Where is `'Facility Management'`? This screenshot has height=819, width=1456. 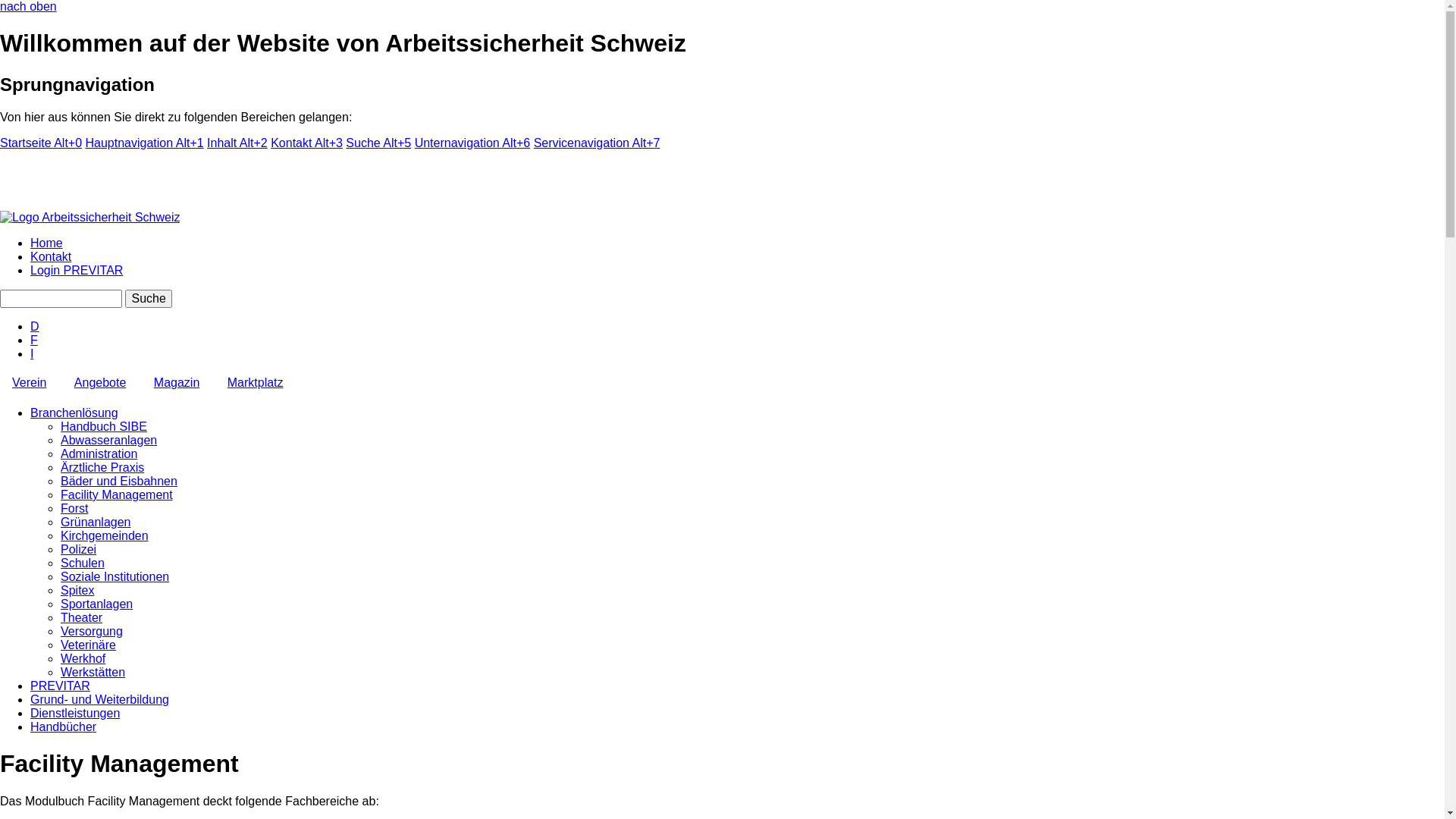 'Facility Management' is located at coordinates (115, 494).